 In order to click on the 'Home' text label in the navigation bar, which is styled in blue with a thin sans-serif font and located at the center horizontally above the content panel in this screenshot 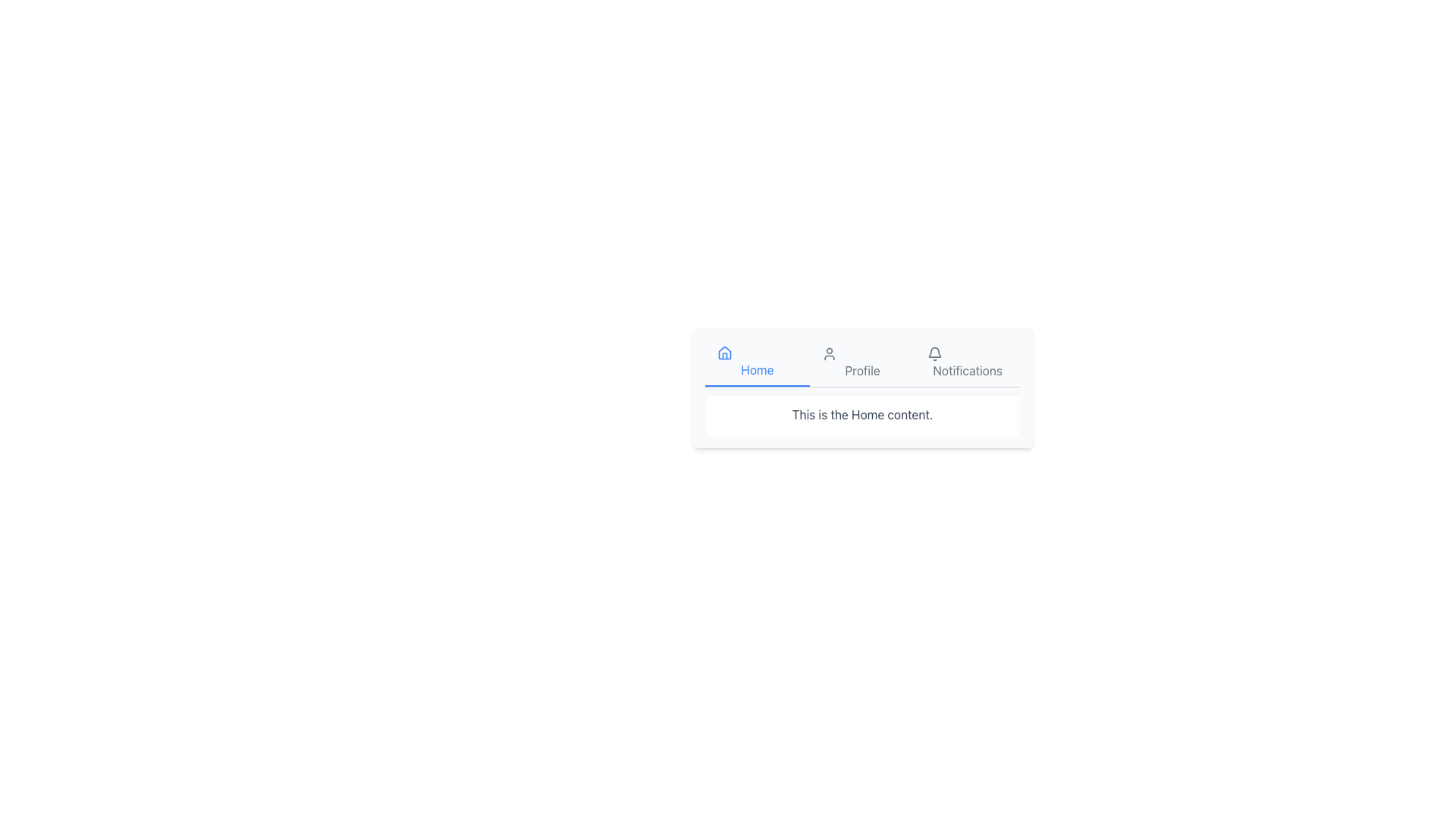, I will do `click(757, 370)`.